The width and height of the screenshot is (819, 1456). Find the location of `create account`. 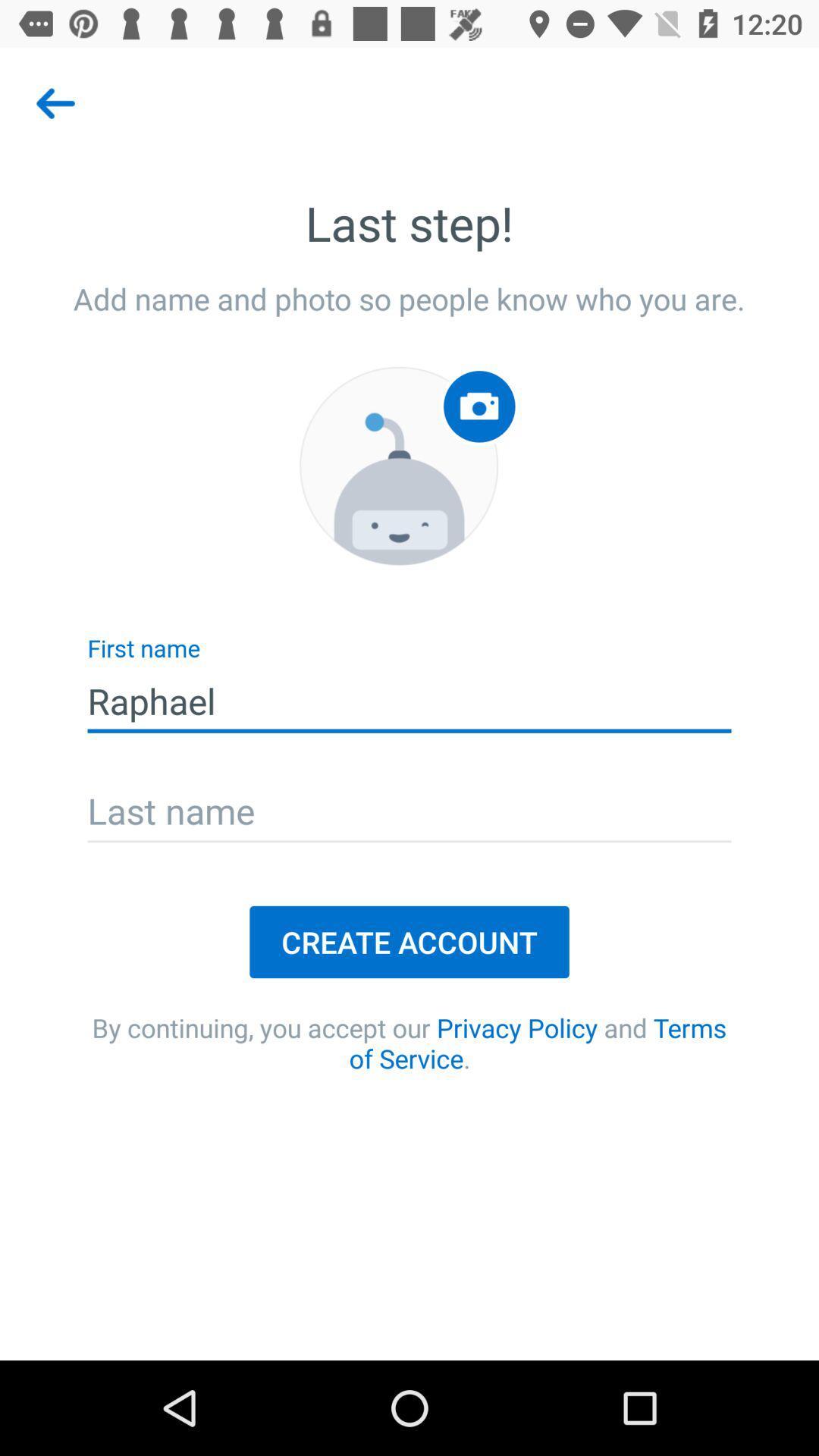

create account is located at coordinates (409, 941).